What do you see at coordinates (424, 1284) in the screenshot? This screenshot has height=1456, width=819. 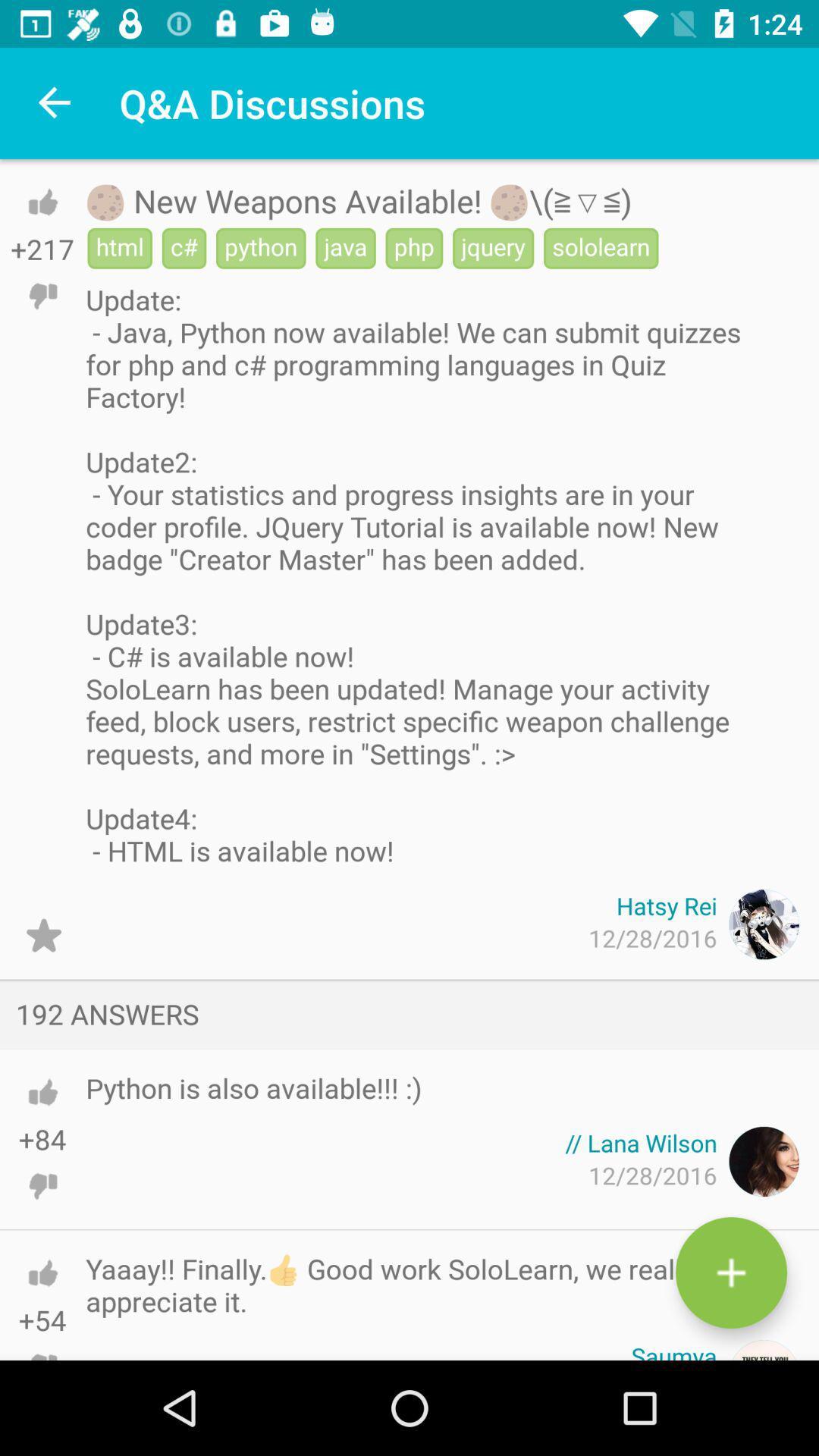 I see `the yaaay finally good` at bounding box center [424, 1284].